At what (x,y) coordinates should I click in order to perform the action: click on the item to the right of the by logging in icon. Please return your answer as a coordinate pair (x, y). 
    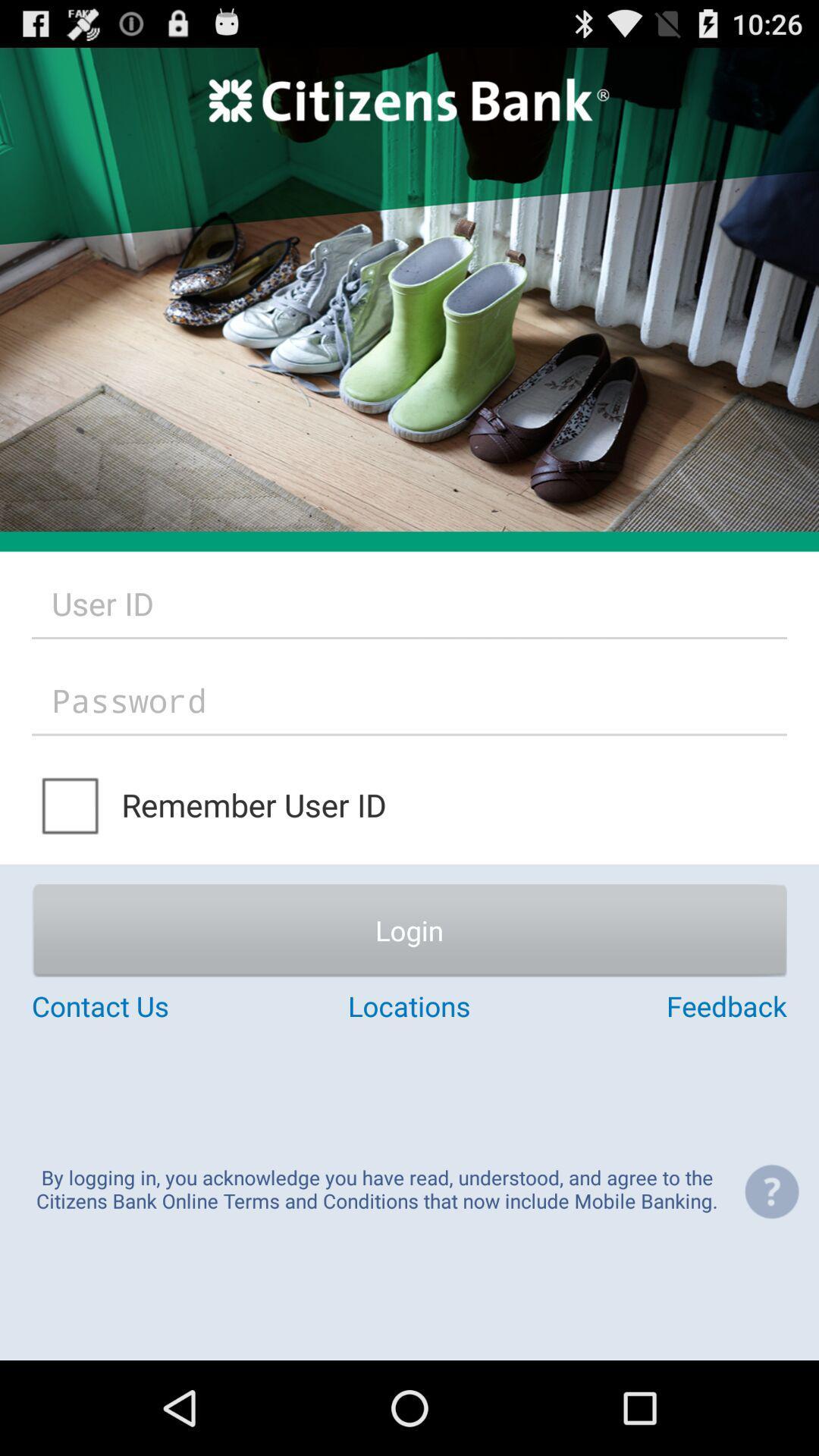
    Looking at the image, I should click on (771, 1191).